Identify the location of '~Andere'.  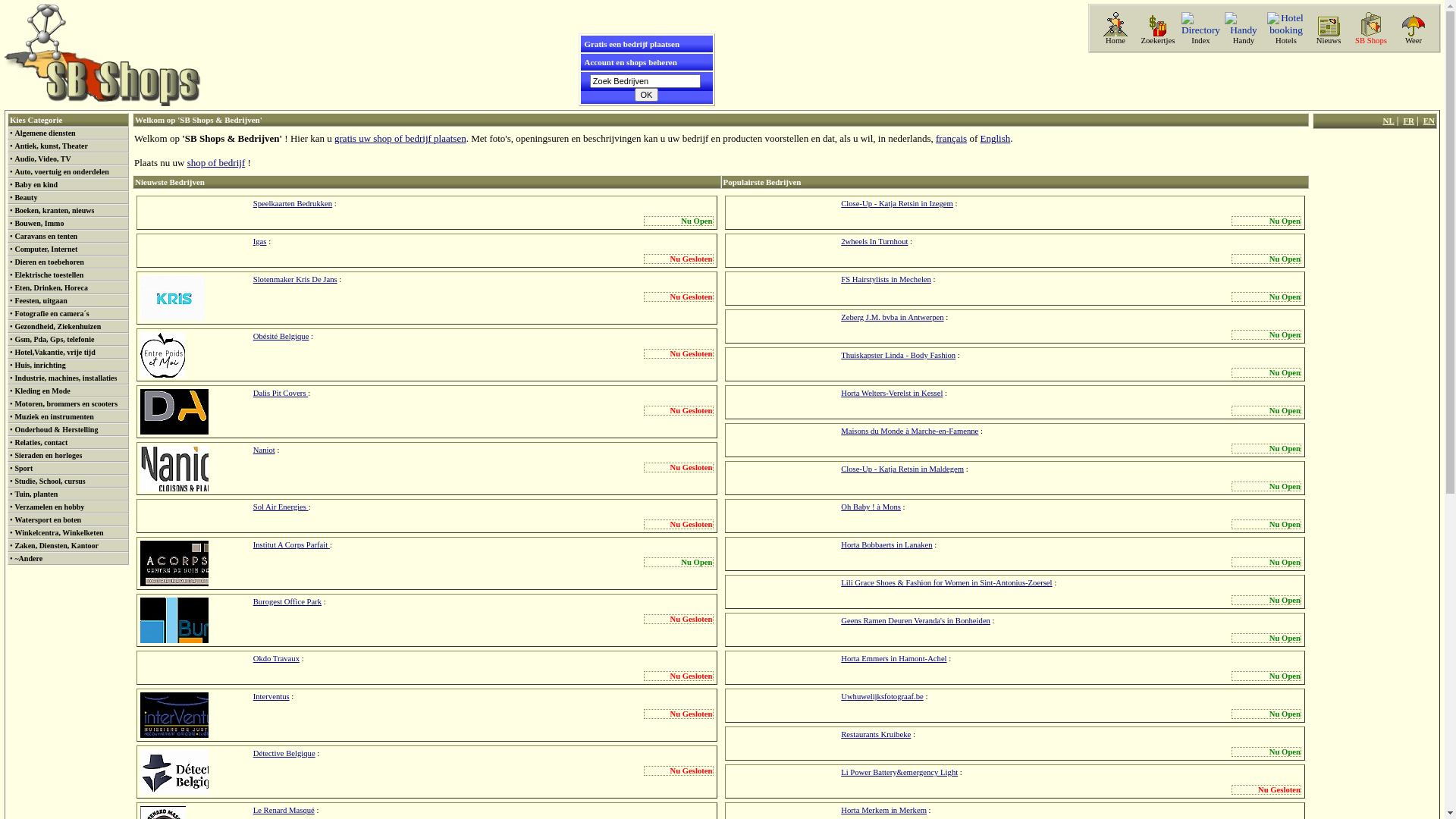
(28, 558).